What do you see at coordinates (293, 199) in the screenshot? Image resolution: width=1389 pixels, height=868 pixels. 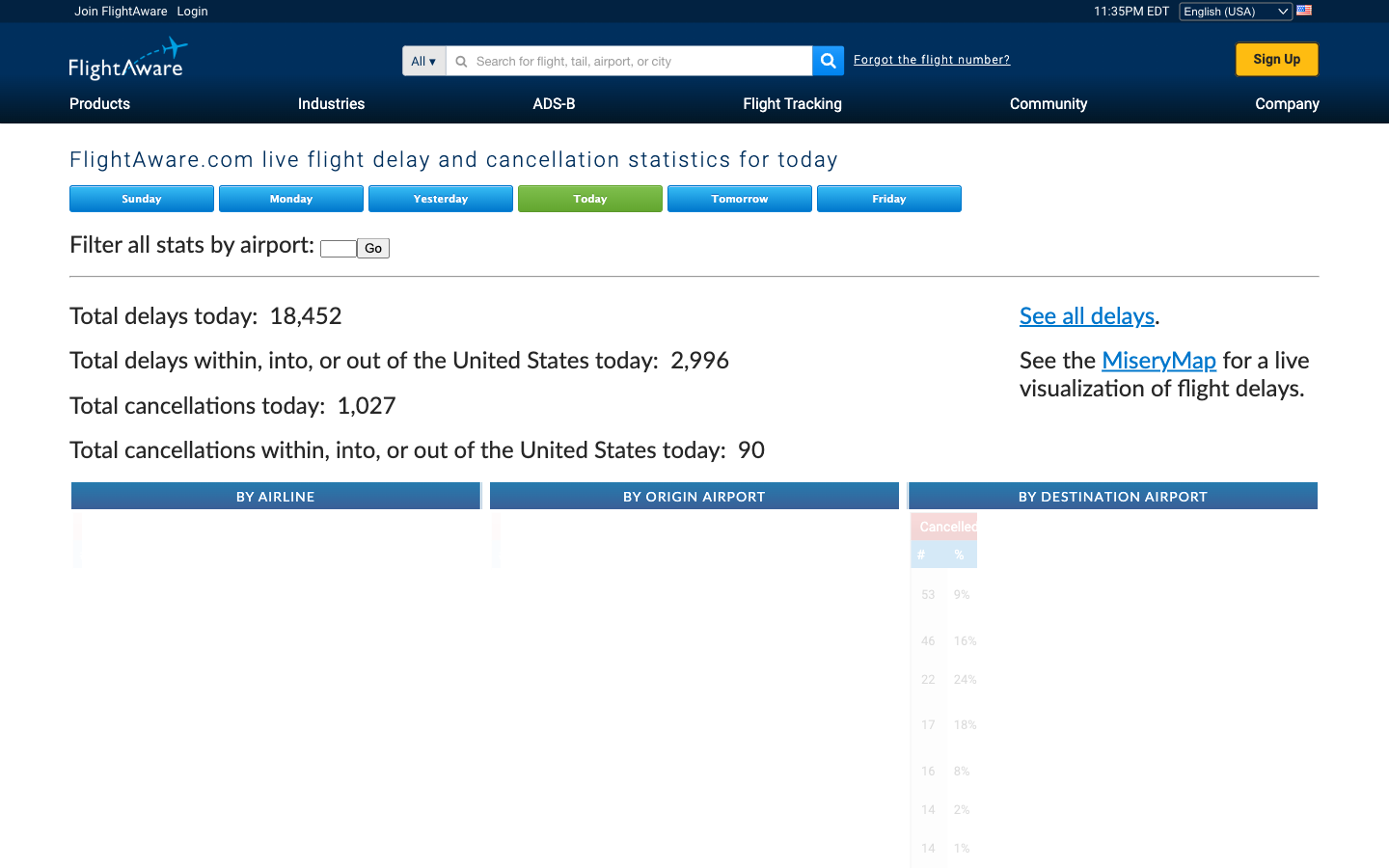 I see `Obtain Monday"s live flight delay and cancellation data from Flight Aware` at bounding box center [293, 199].